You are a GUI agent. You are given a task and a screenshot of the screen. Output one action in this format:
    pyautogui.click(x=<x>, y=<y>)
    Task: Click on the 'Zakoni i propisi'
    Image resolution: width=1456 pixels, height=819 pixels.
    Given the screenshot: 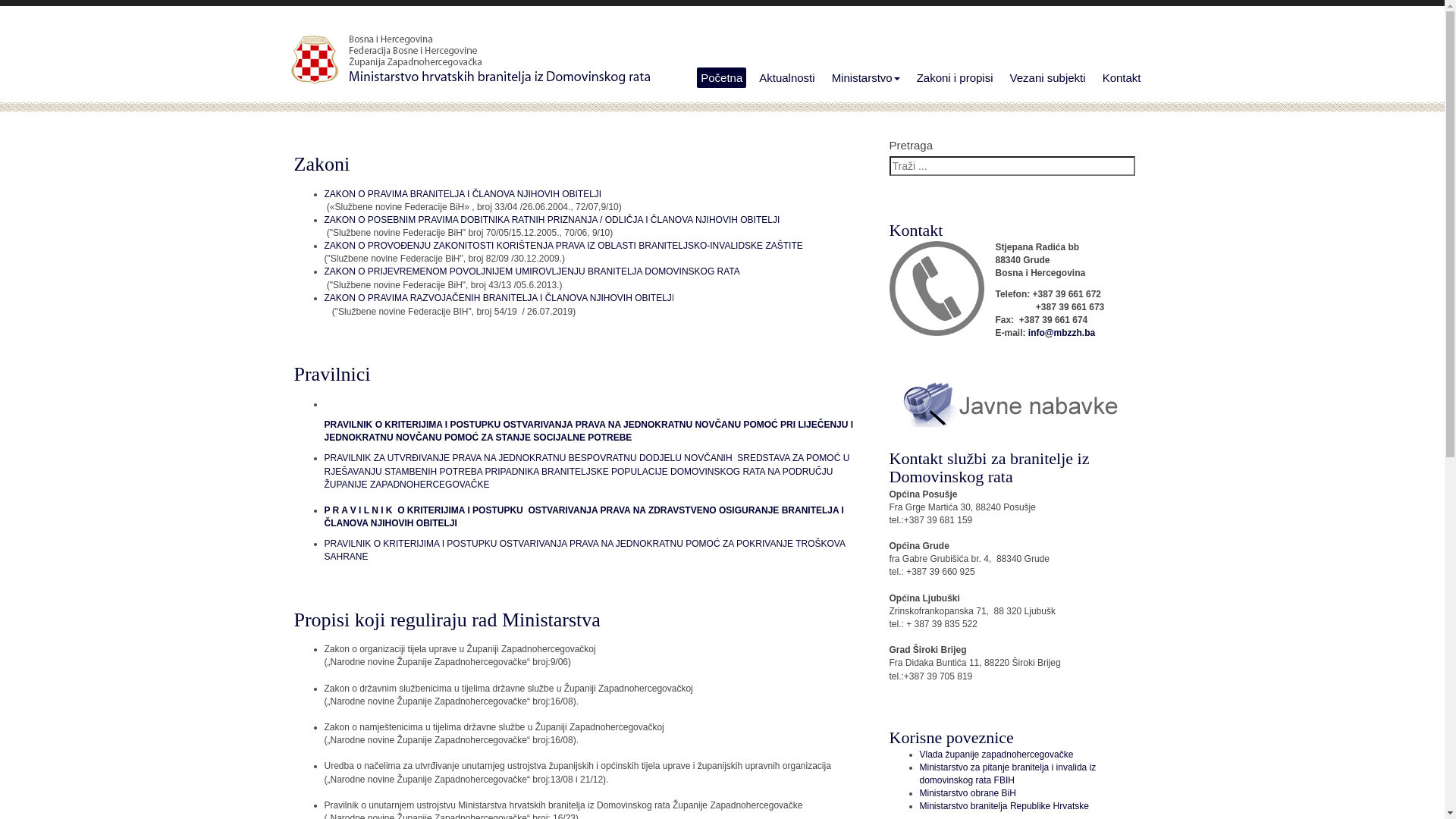 What is the action you would take?
    pyautogui.click(x=912, y=77)
    